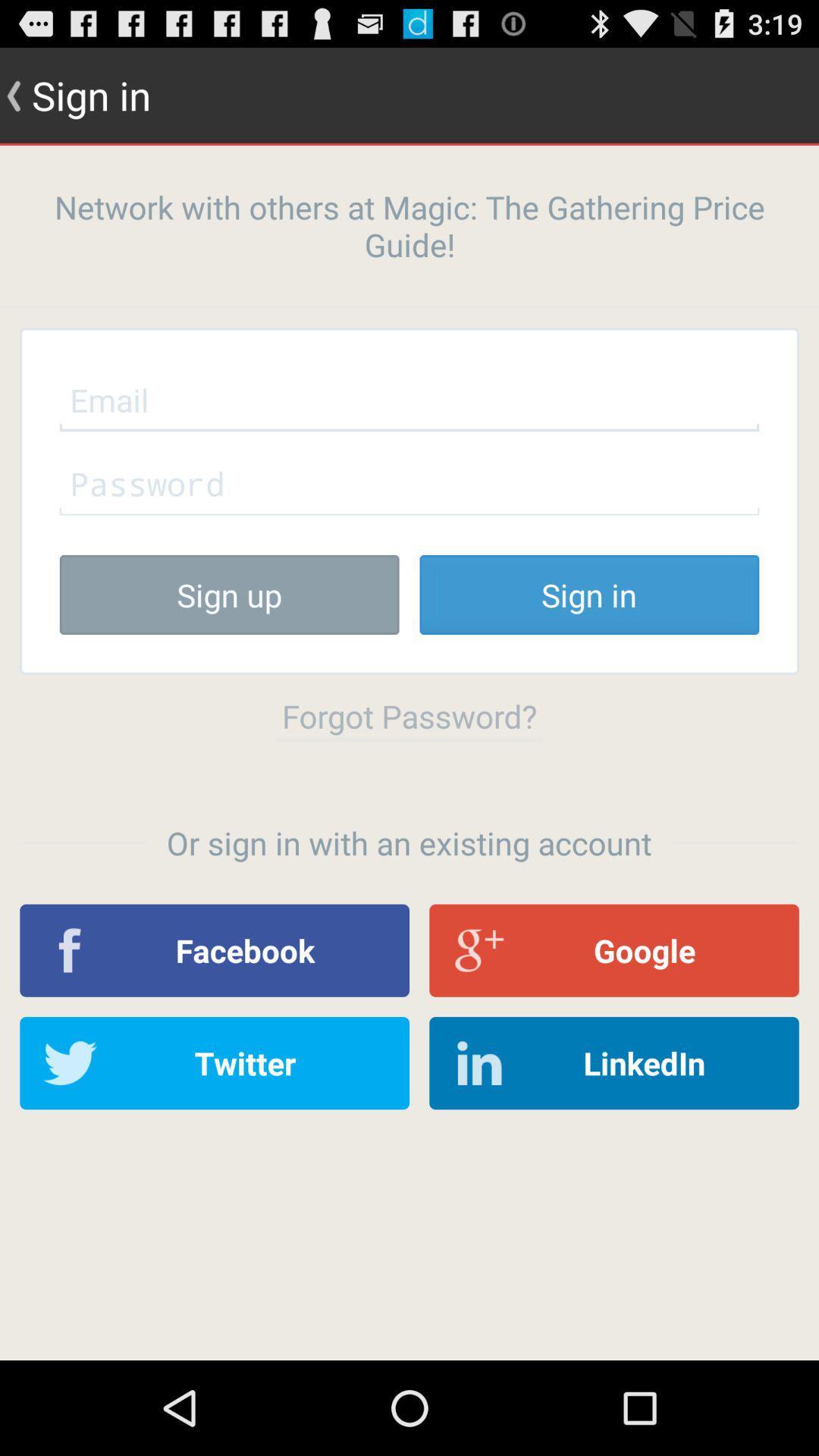  Describe the element at coordinates (614, 1062) in the screenshot. I see `app to the right of the twitter icon` at that location.